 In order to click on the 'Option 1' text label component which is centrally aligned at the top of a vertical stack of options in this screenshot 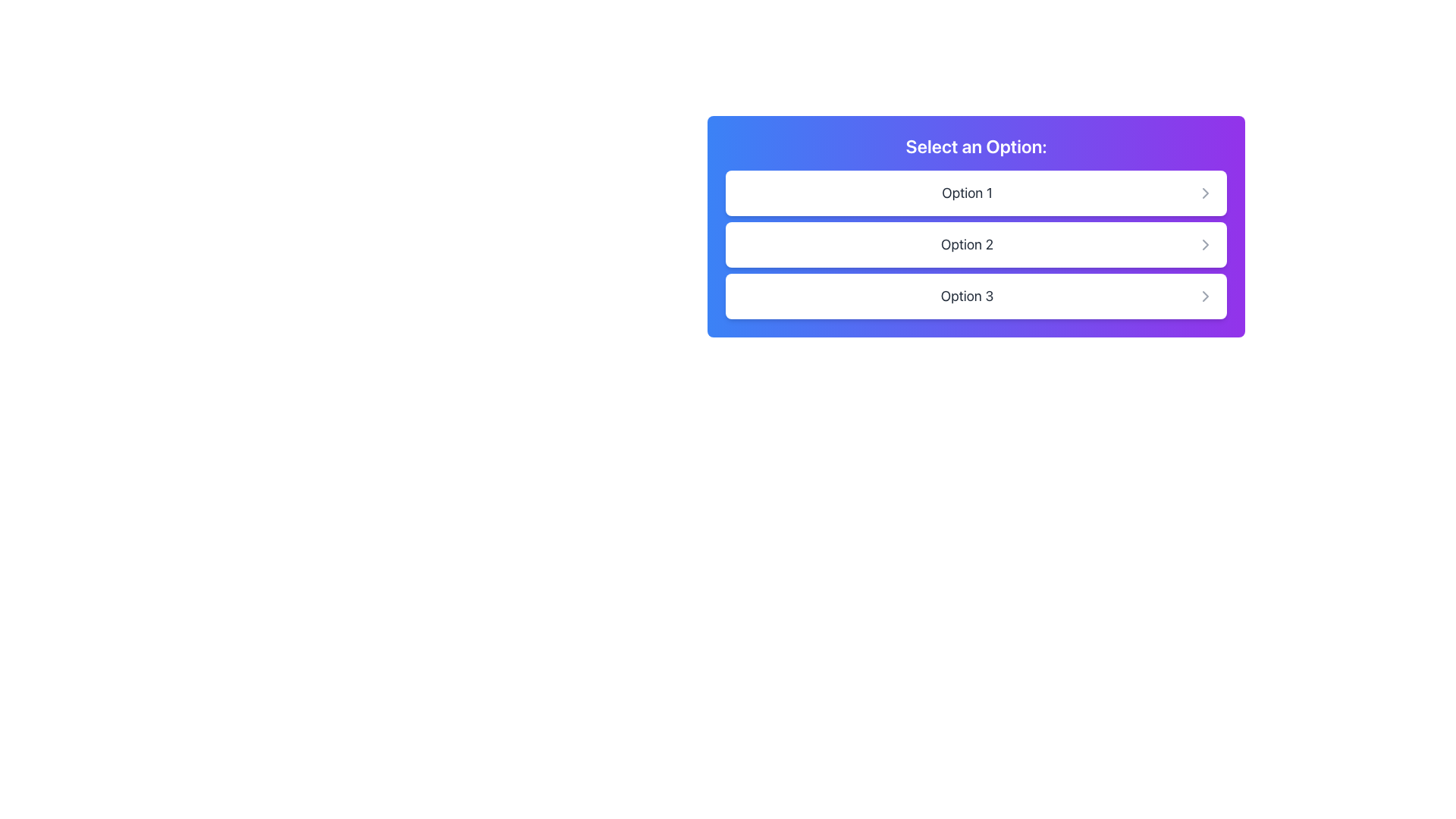, I will do `click(966, 192)`.